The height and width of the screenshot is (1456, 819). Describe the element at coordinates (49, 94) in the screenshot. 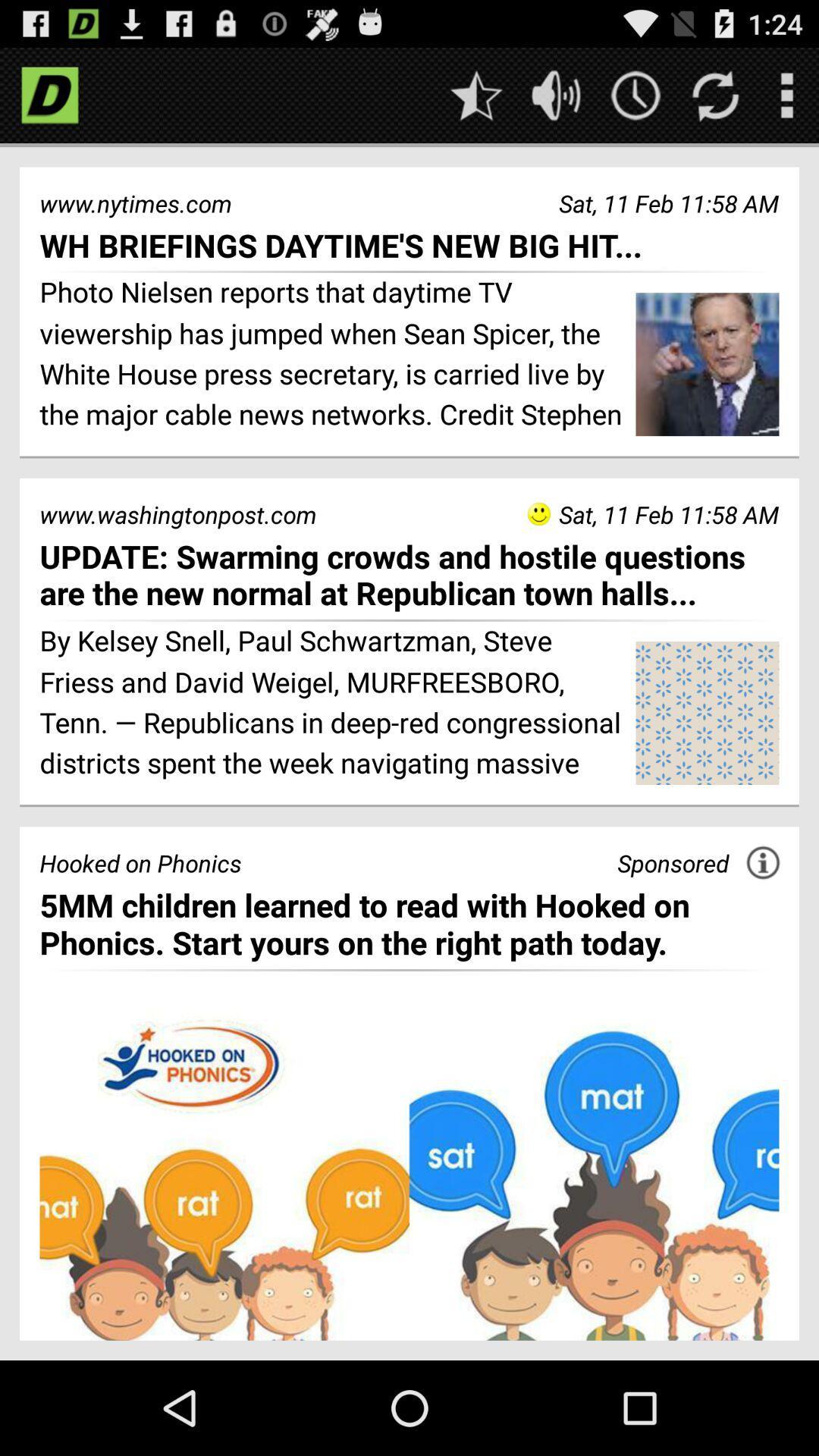

I see `visit homepage` at that location.